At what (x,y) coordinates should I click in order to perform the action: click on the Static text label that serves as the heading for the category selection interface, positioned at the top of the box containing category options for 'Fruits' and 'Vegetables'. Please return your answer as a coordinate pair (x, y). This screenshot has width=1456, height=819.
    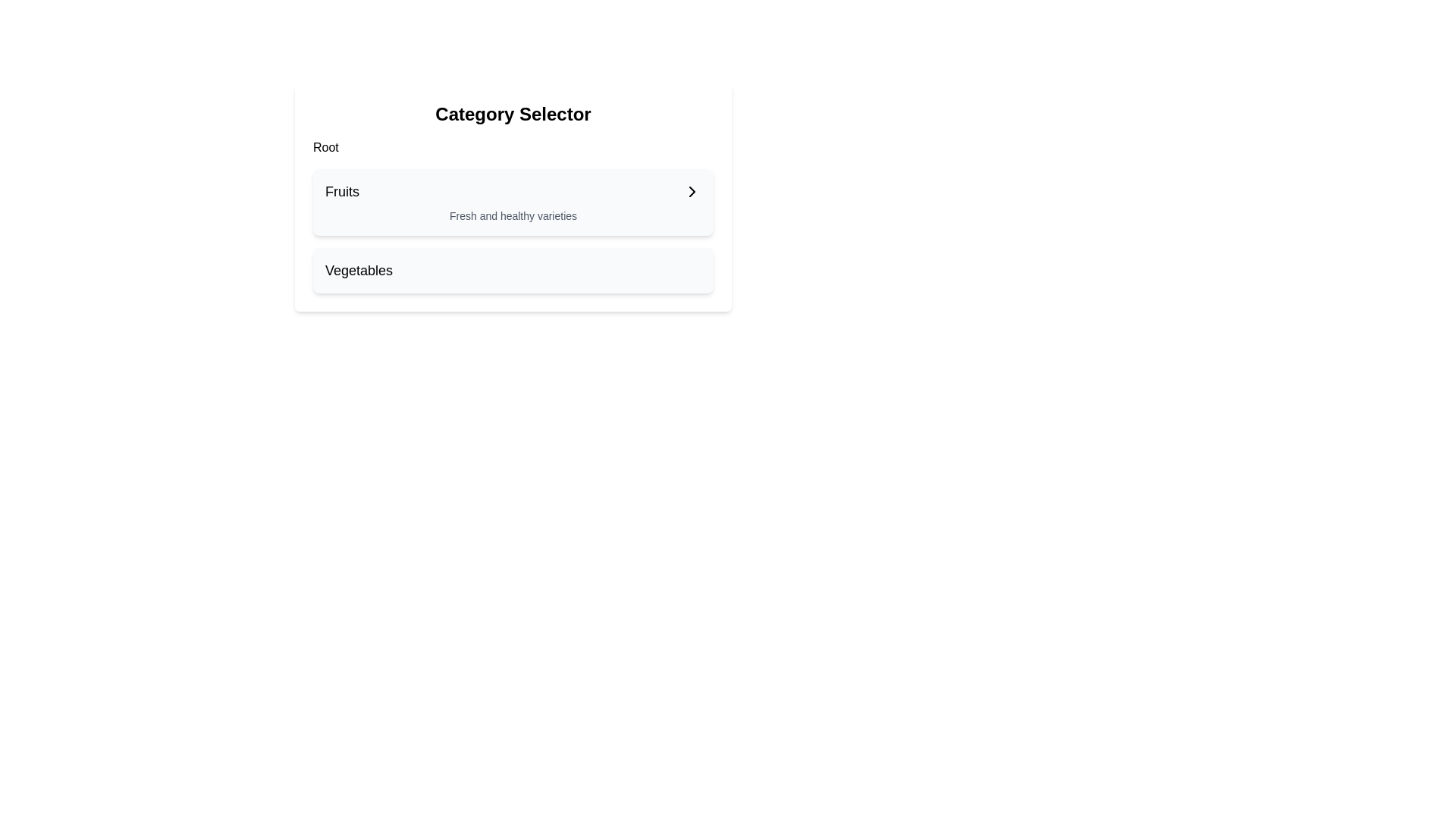
    Looking at the image, I should click on (513, 113).